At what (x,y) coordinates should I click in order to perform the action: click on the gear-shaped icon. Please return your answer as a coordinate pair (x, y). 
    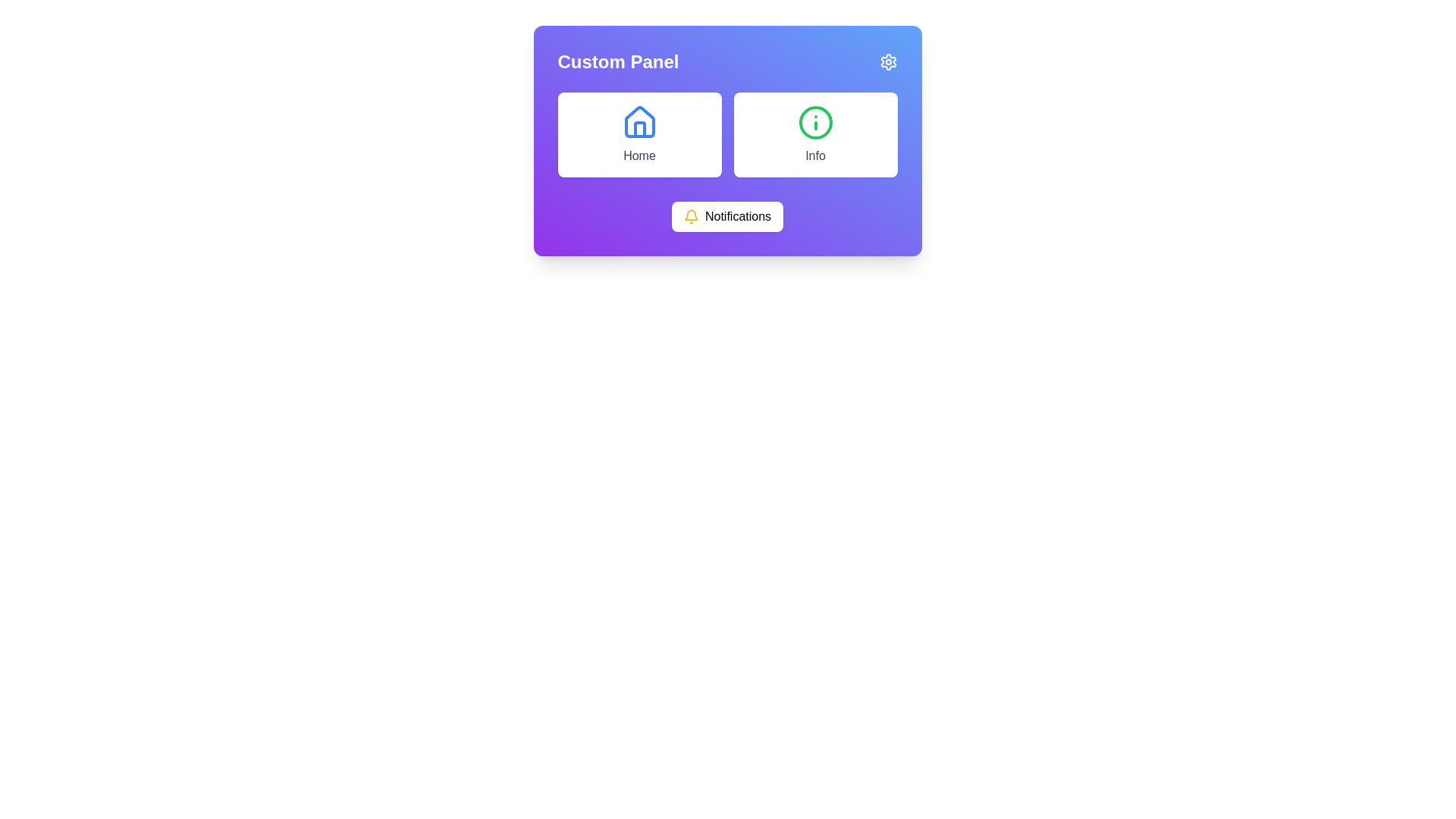
    Looking at the image, I should click on (888, 61).